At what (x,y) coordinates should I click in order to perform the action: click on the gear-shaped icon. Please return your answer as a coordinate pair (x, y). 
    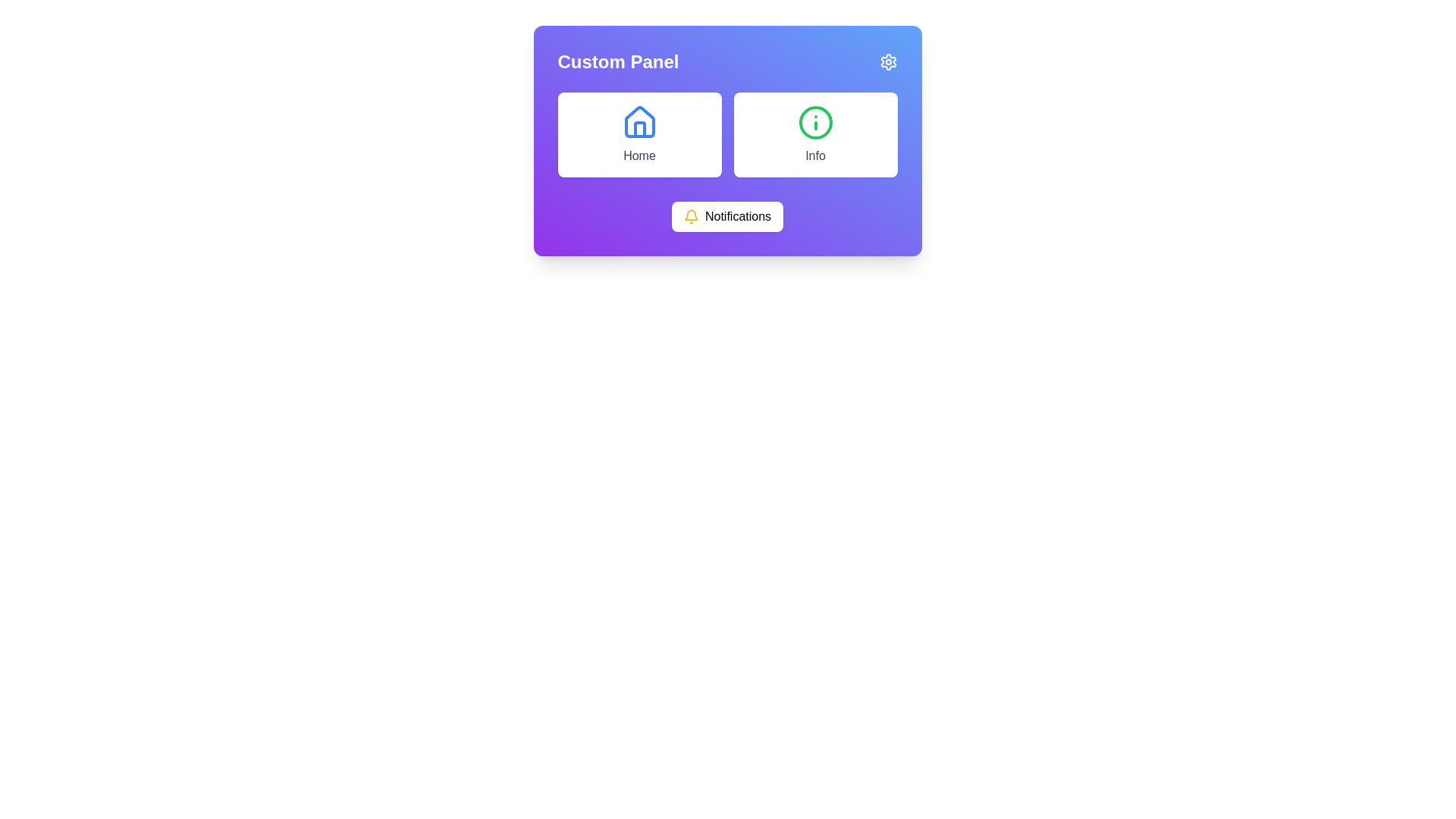
    Looking at the image, I should click on (888, 61).